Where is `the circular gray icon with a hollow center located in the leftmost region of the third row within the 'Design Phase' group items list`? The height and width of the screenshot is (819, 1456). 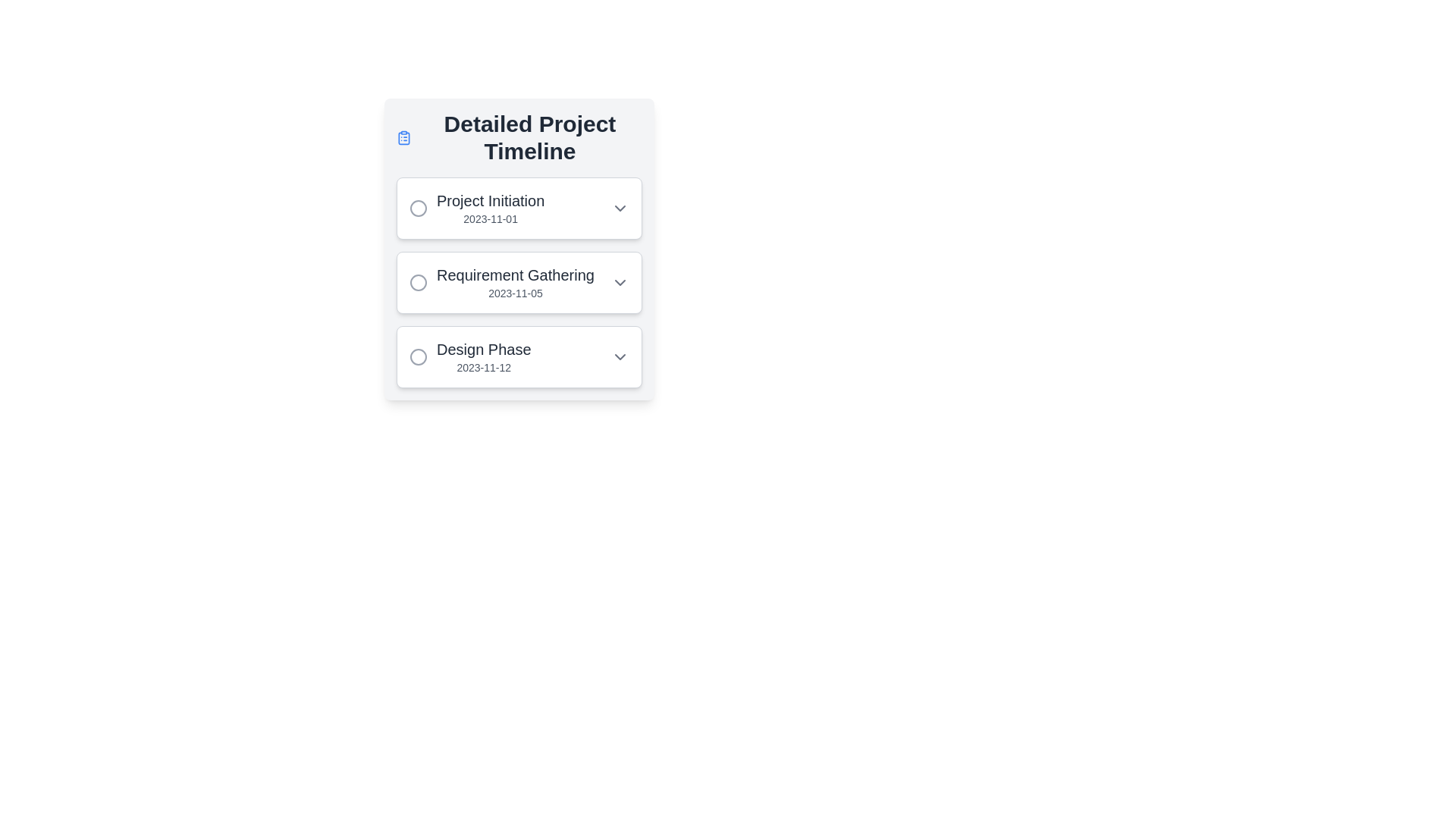 the circular gray icon with a hollow center located in the leftmost region of the third row within the 'Design Phase' group items list is located at coordinates (419, 356).